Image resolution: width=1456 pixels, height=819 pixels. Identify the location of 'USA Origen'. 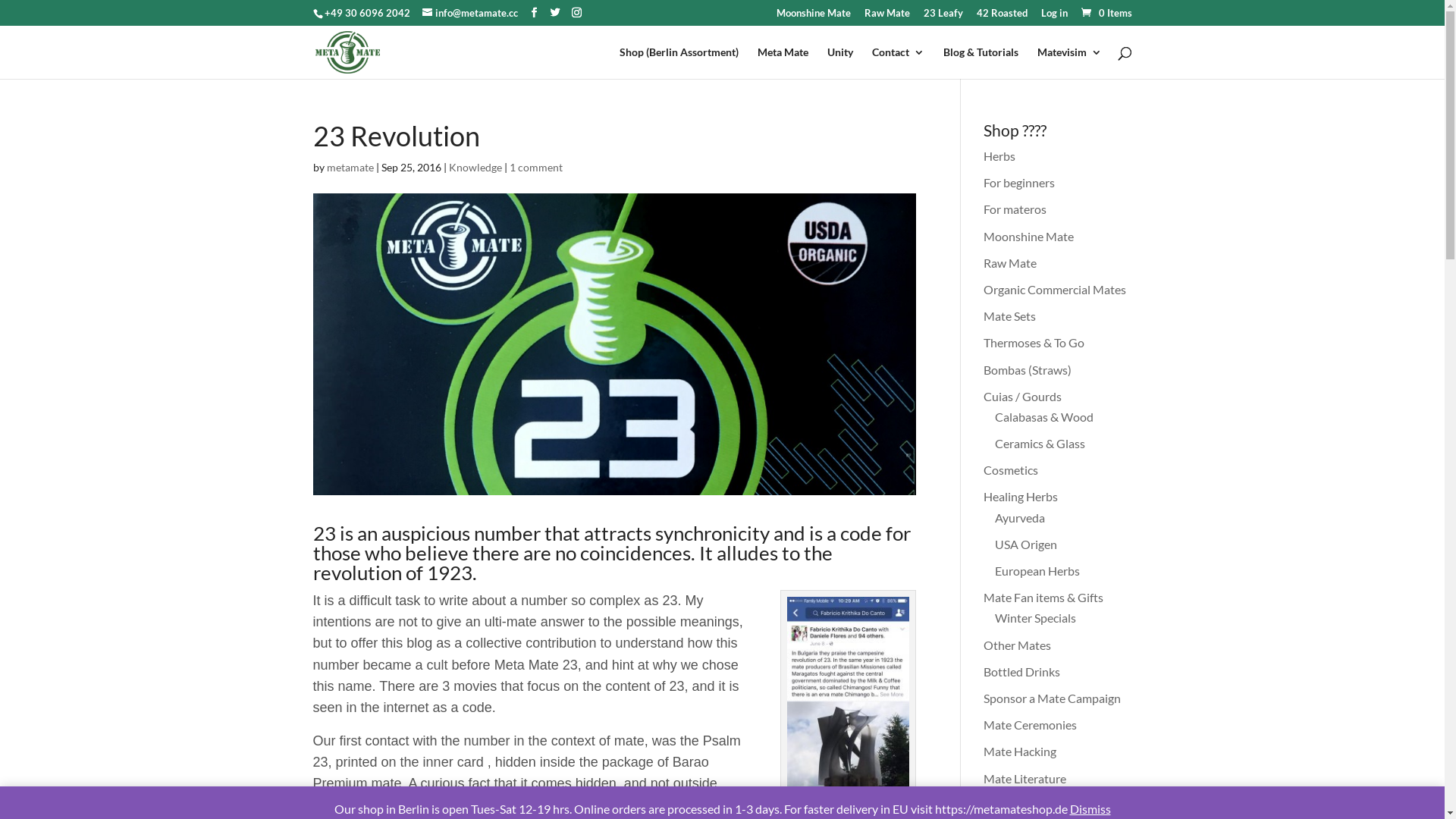
(1026, 543).